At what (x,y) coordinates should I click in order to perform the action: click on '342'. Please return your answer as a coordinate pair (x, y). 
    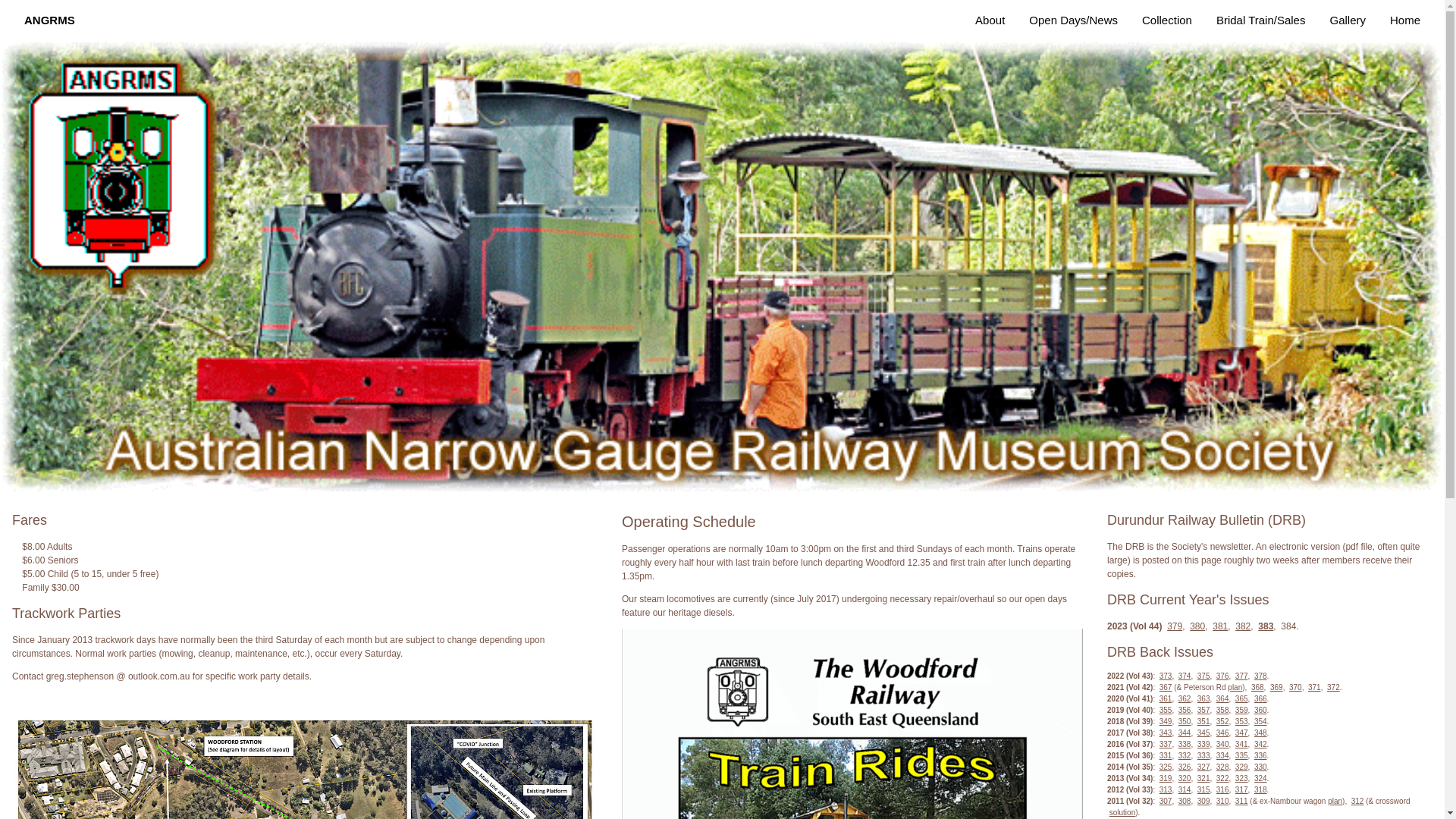
    Looking at the image, I should click on (1260, 743).